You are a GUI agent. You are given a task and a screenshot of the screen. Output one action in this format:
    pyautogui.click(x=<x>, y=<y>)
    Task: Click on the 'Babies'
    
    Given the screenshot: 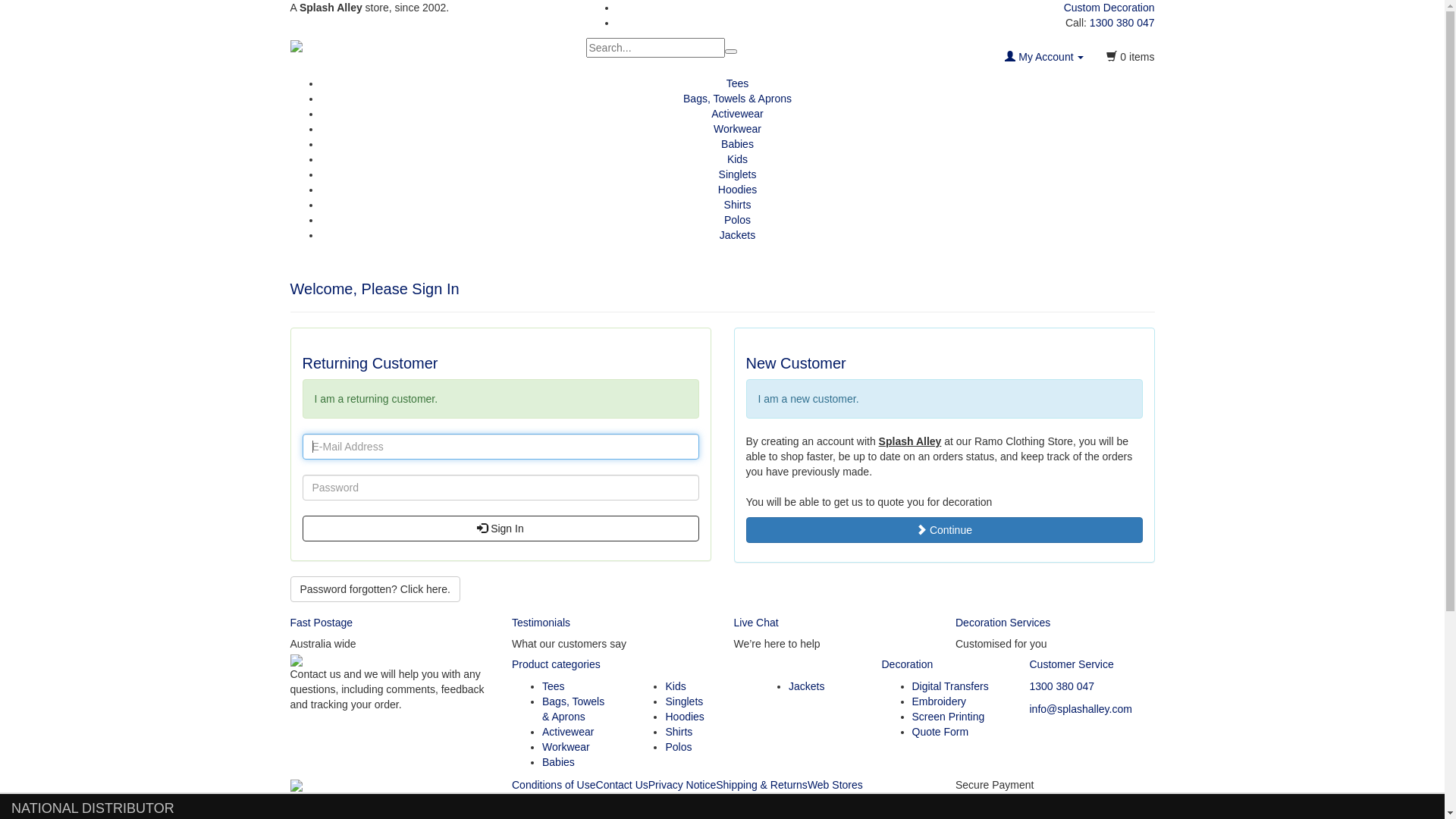 What is the action you would take?
    pyautogui.click(x=557, y=762)
    